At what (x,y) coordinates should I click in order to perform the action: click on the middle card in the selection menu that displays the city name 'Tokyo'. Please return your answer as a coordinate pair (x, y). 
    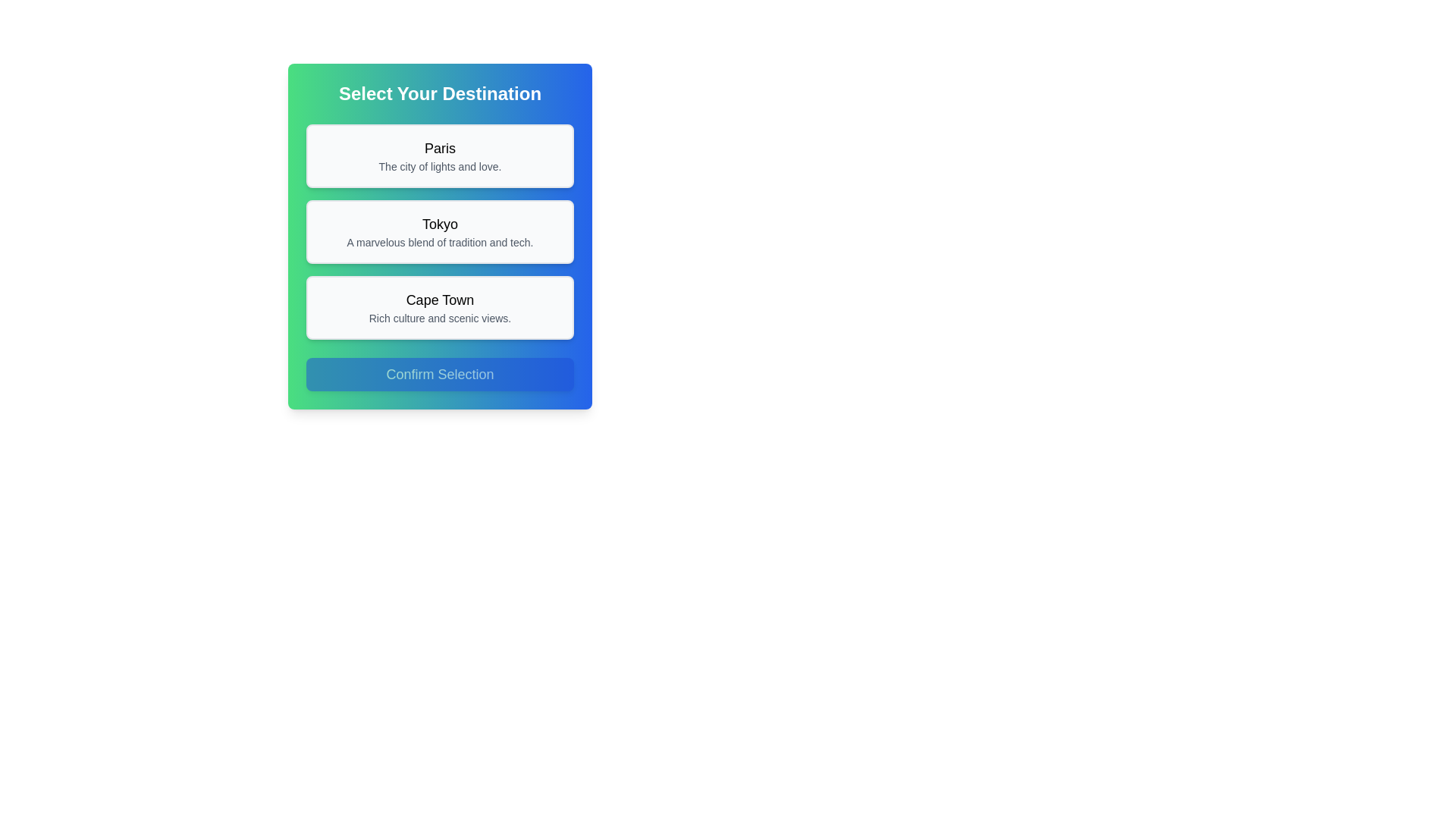
    Looking at the image, I should click on (439, 231).